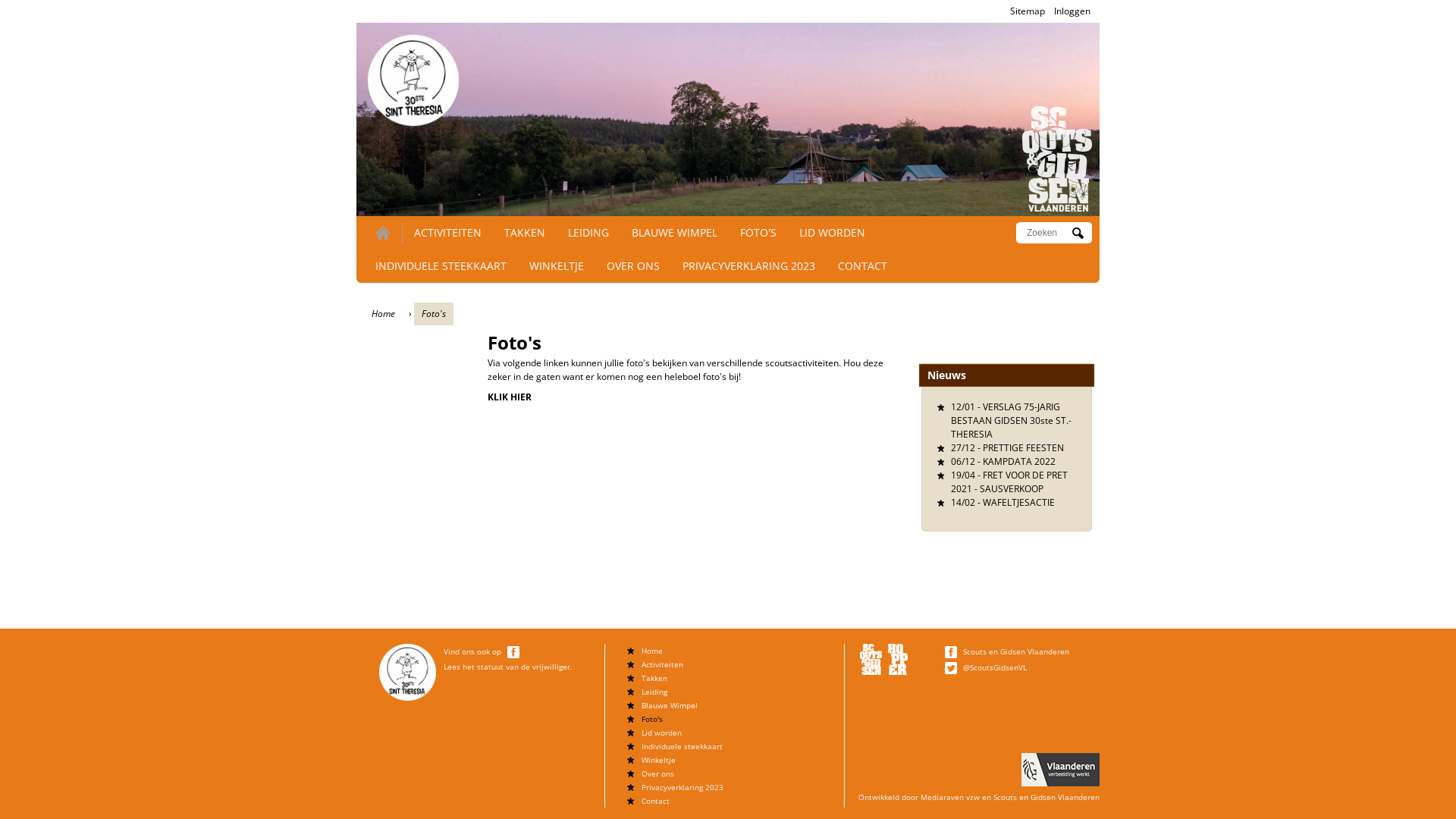 The width and height of the screenshot is (1456, 819). Describe the element at coordinates (898, 658) in the screenshot. I see `'Hopper'` at that location.